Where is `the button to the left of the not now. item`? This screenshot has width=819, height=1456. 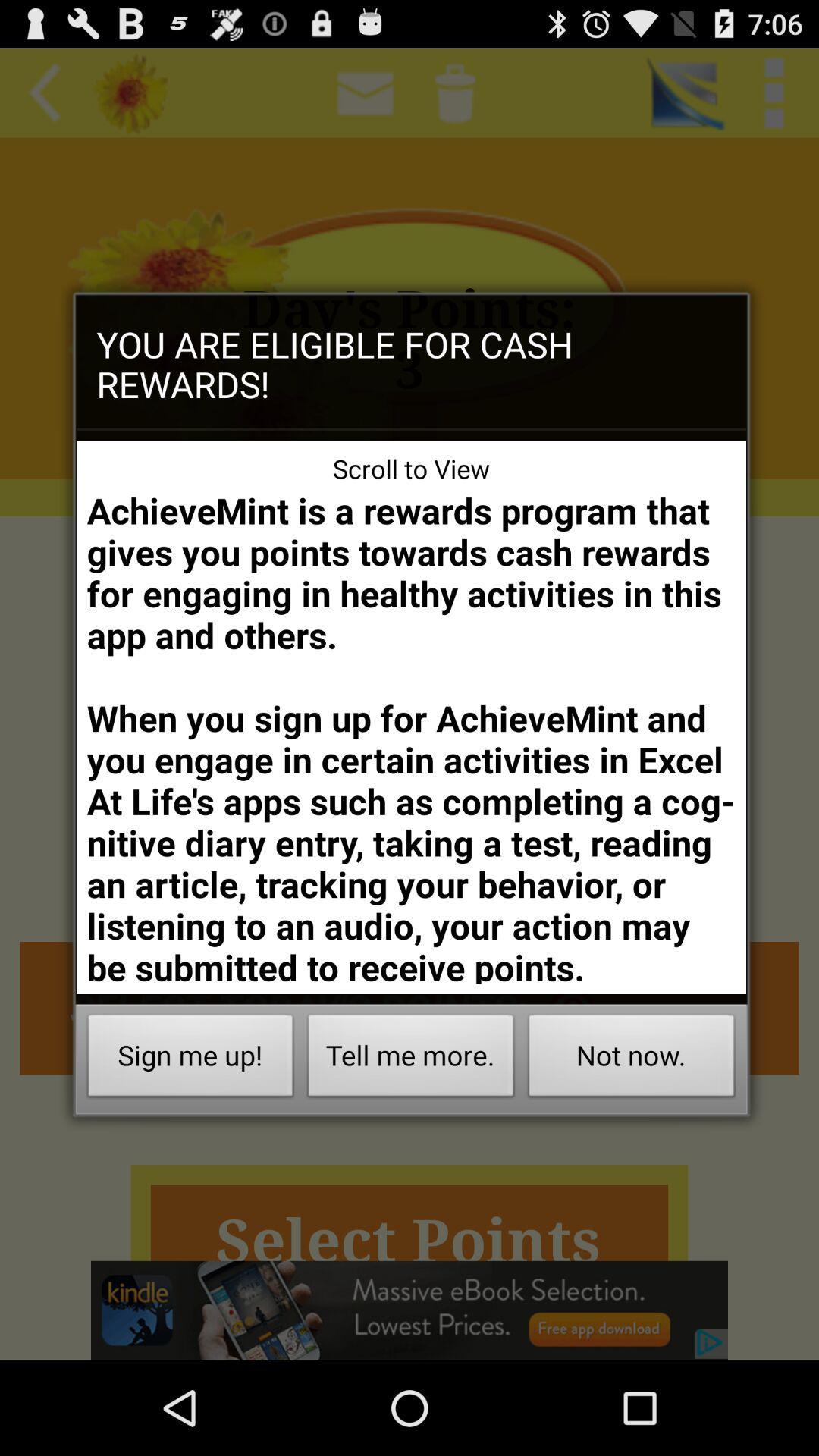
the button to the left of the not now. item is located at coordinates (411, 1059).